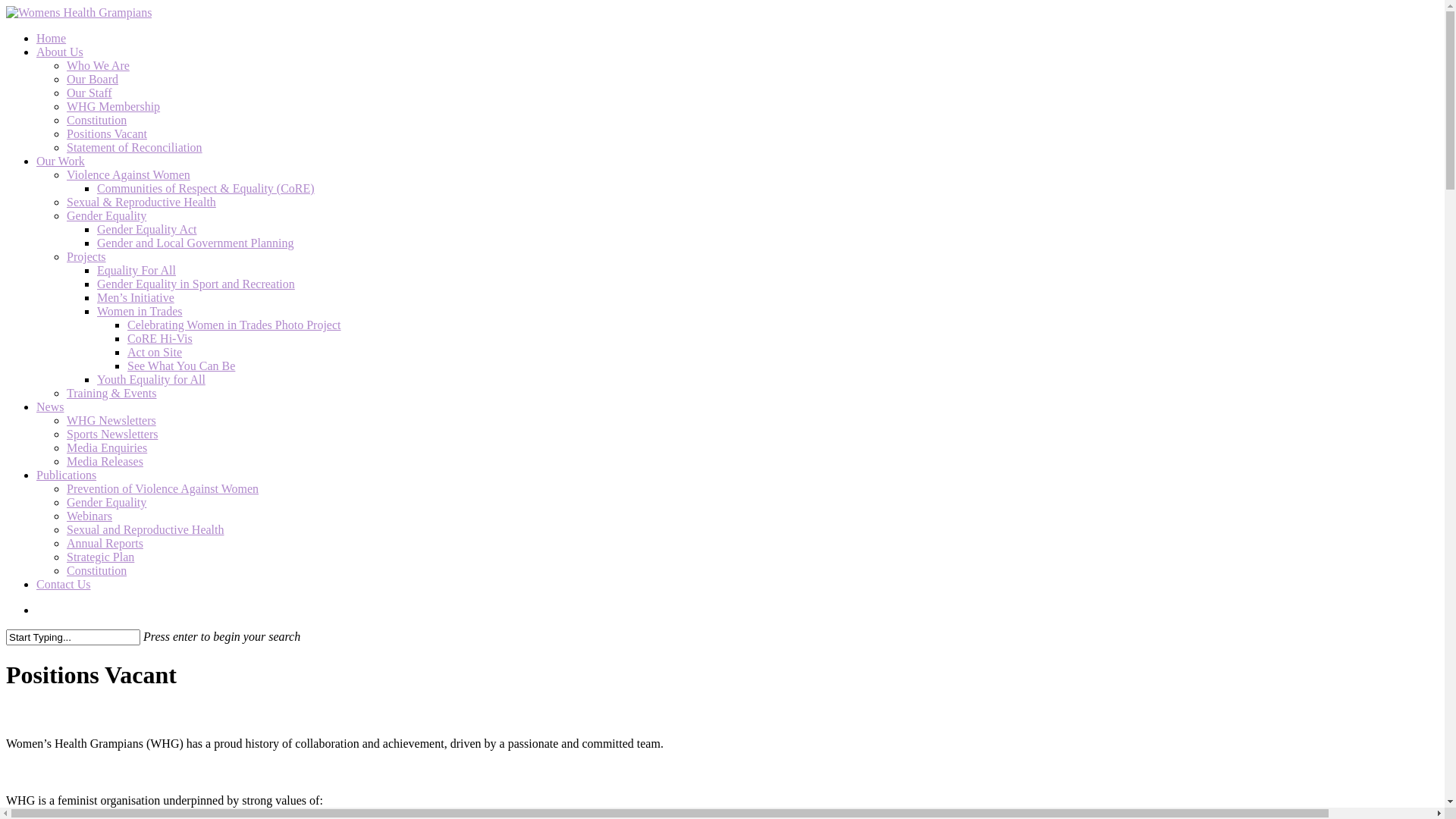  Describe the element at coordinates (65, 474) in the screenshot. I see `'Publications'` at that location.